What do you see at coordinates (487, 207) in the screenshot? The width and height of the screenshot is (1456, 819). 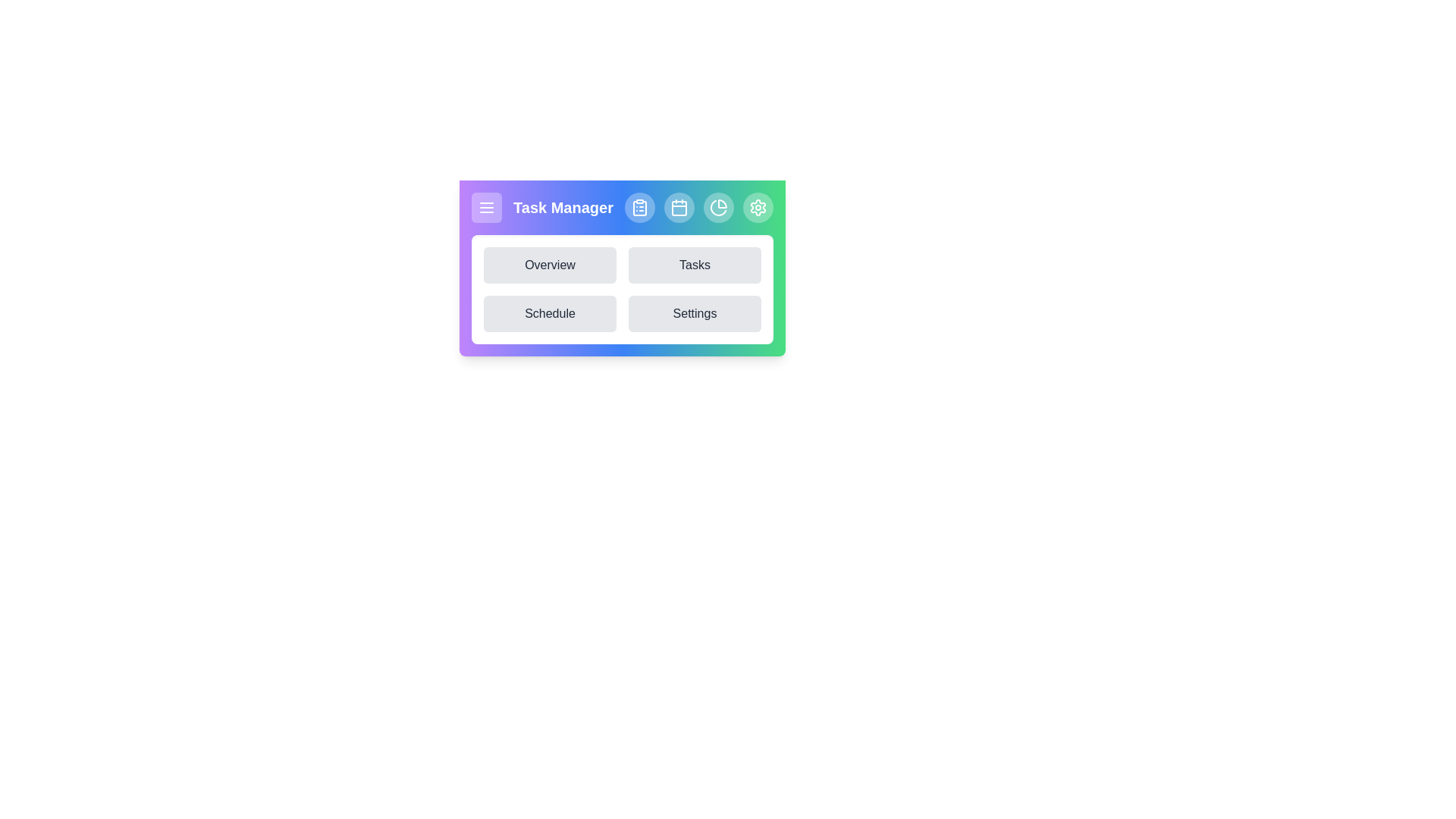 I see `the menu toggle button to toggle the menu visibility` at bounding box center [487, 207].